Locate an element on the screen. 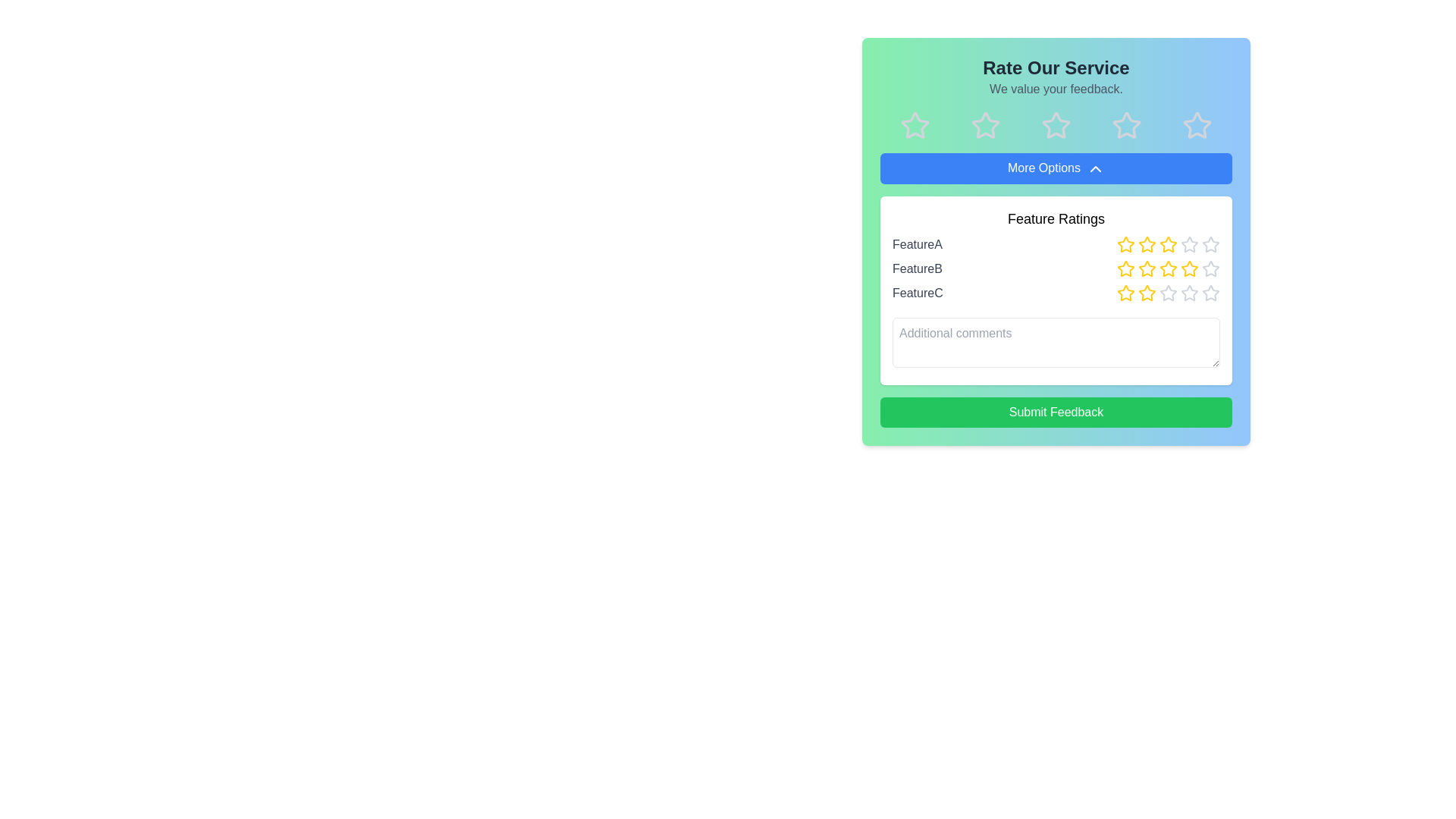 The width and height of the screenshot is (1456, 819). the fourth star icon for 'FeatureB', a yellow star with a hollow center is located at coordinates (1167, 268).